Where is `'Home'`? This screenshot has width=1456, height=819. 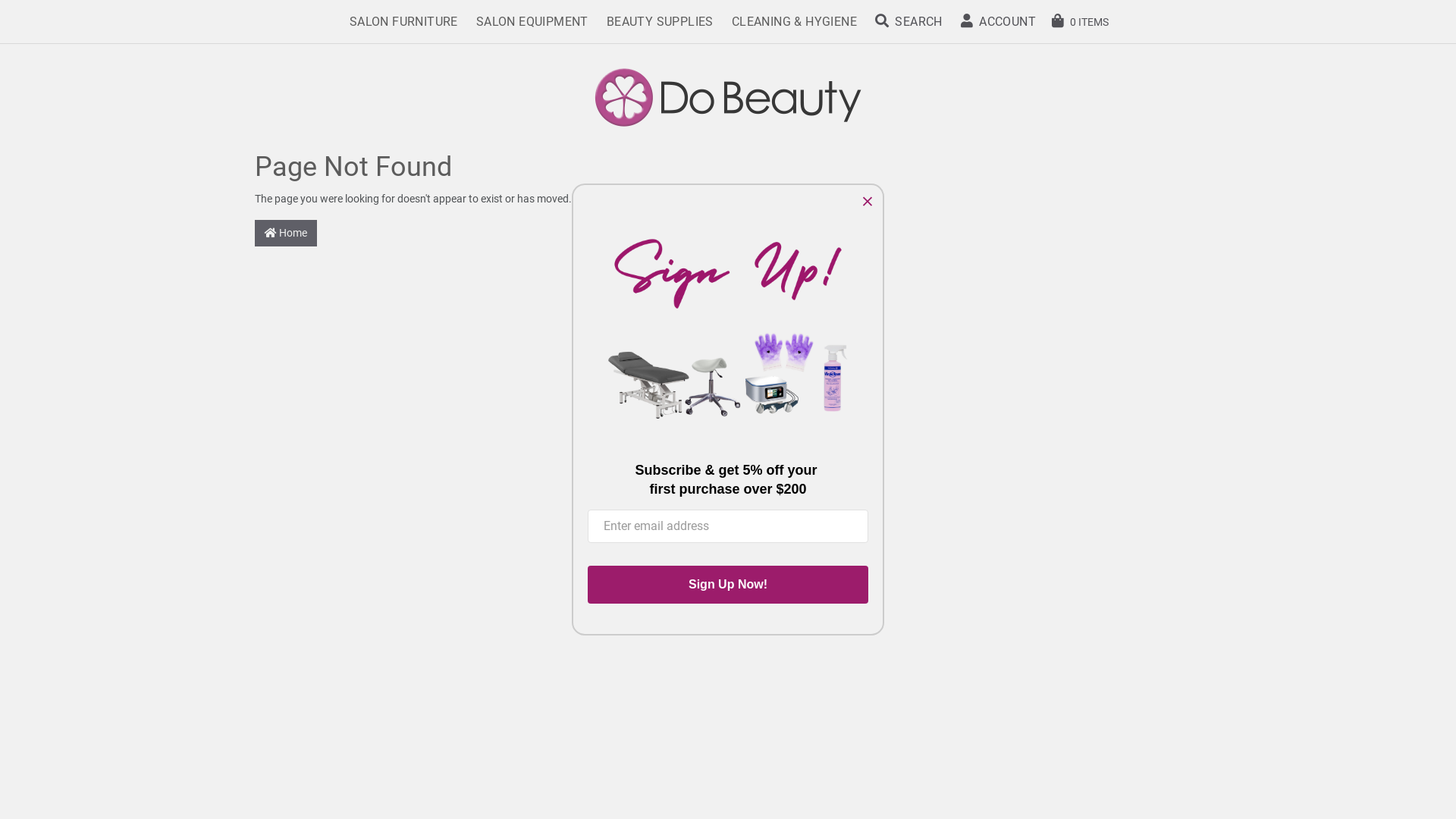
'Home' is located at coordinates (286, 233).